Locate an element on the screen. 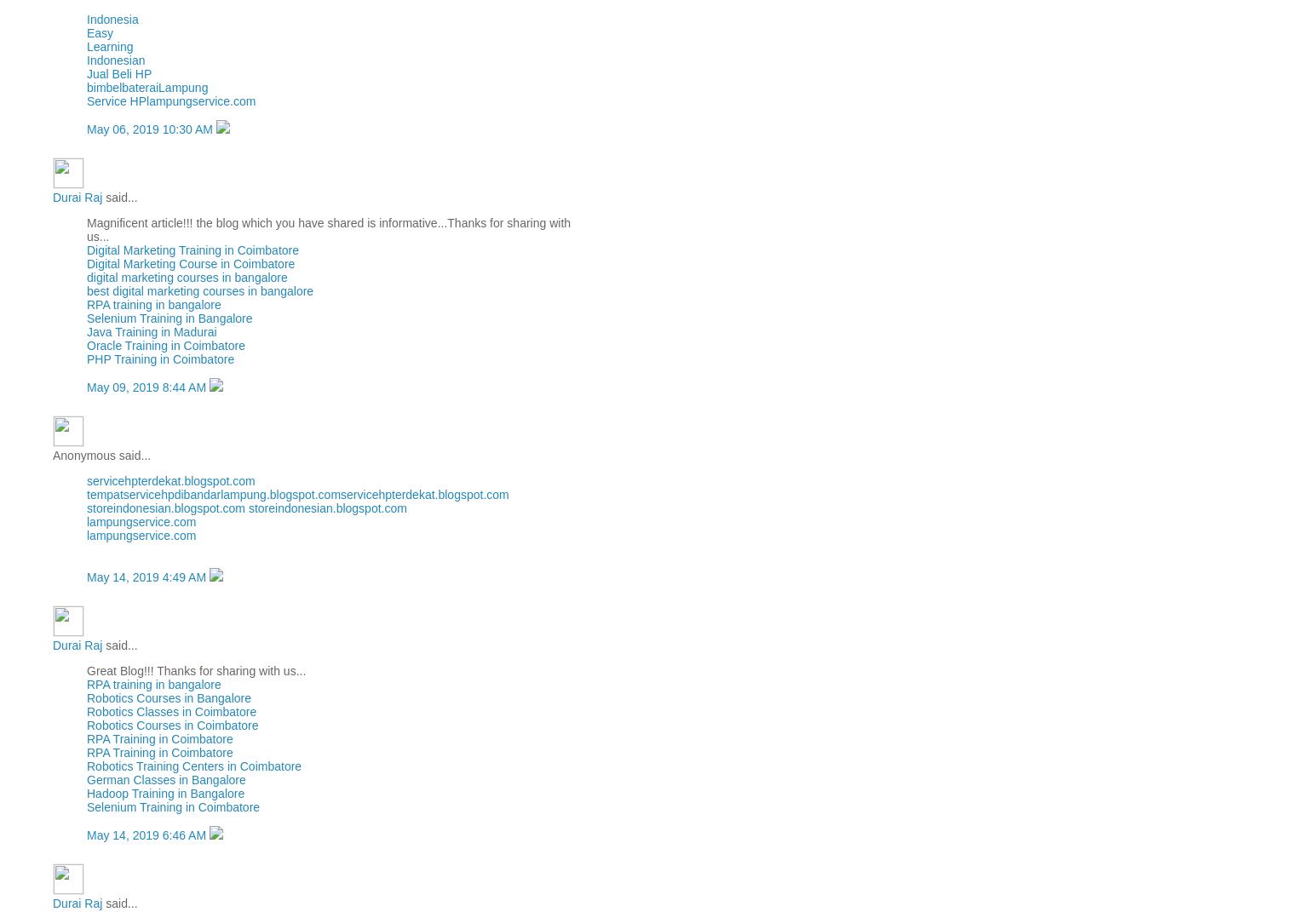 This screenshot has width=1316, height=912. 'PHP Training in Coimbatore' is located at coordinates (160, 358).